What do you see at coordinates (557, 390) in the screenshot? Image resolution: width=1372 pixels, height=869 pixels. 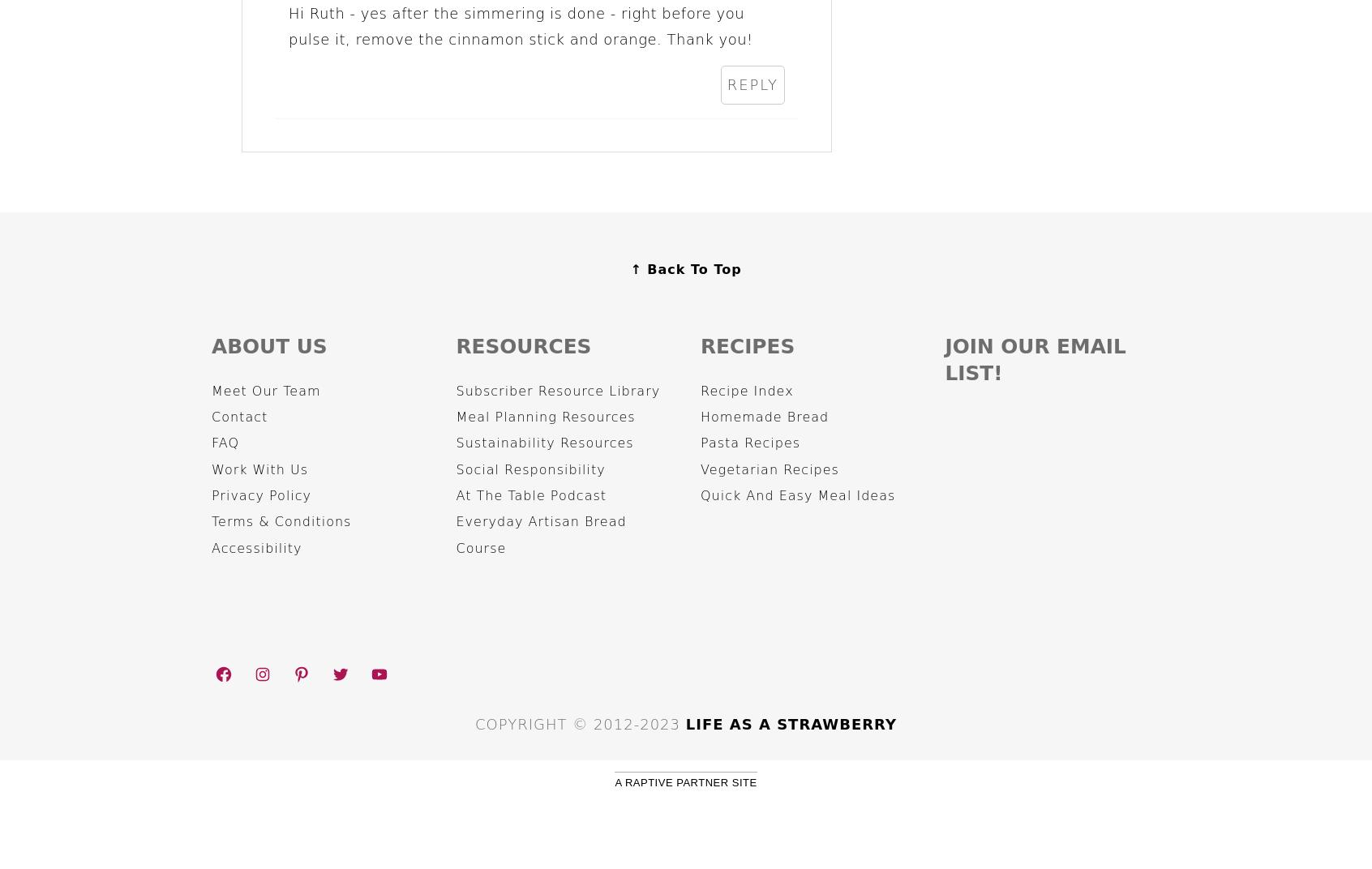 I see `'Subscriber Resource Library'` at bounding box center [557, 390].